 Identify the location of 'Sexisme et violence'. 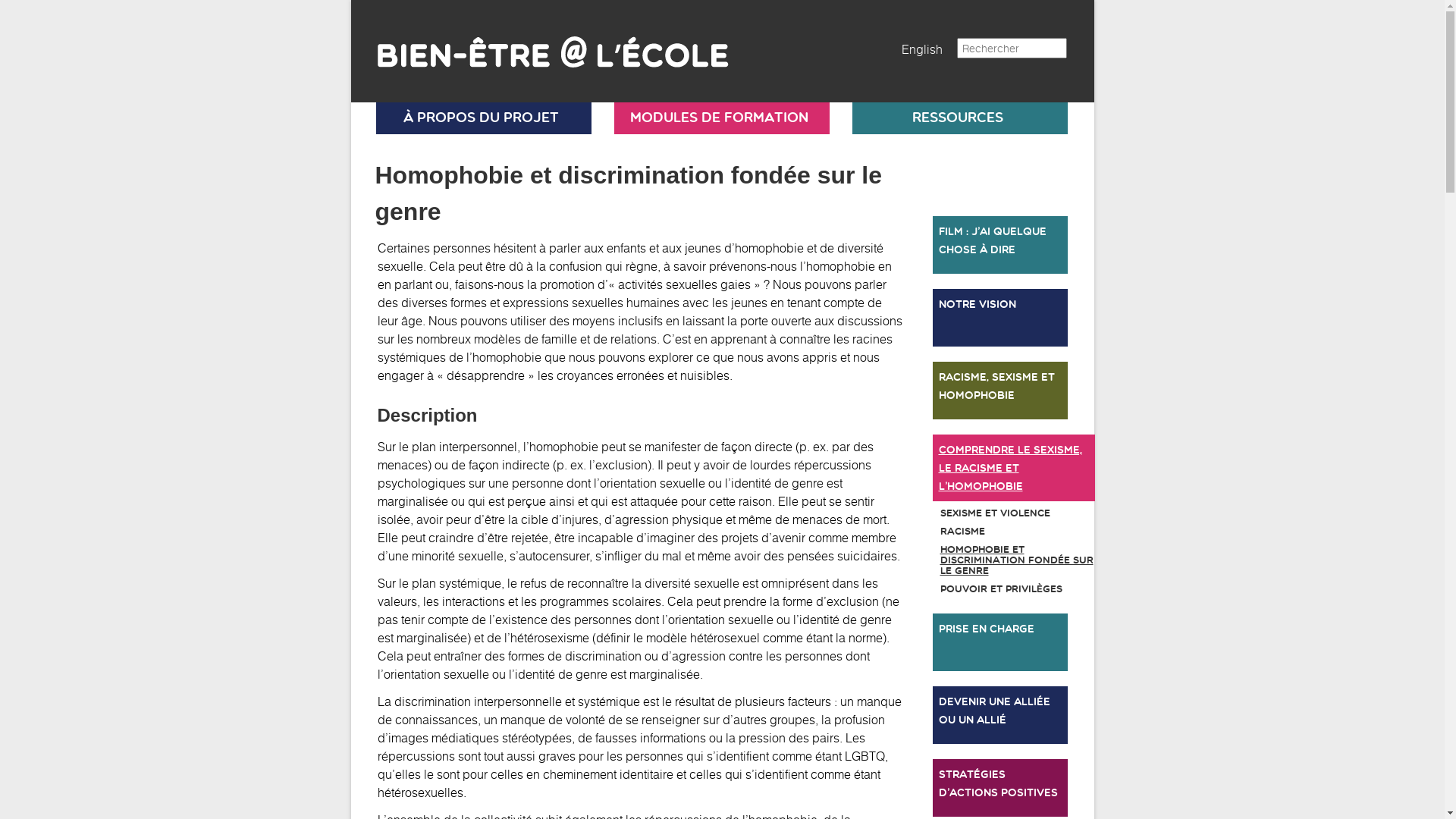
(1000, 513).